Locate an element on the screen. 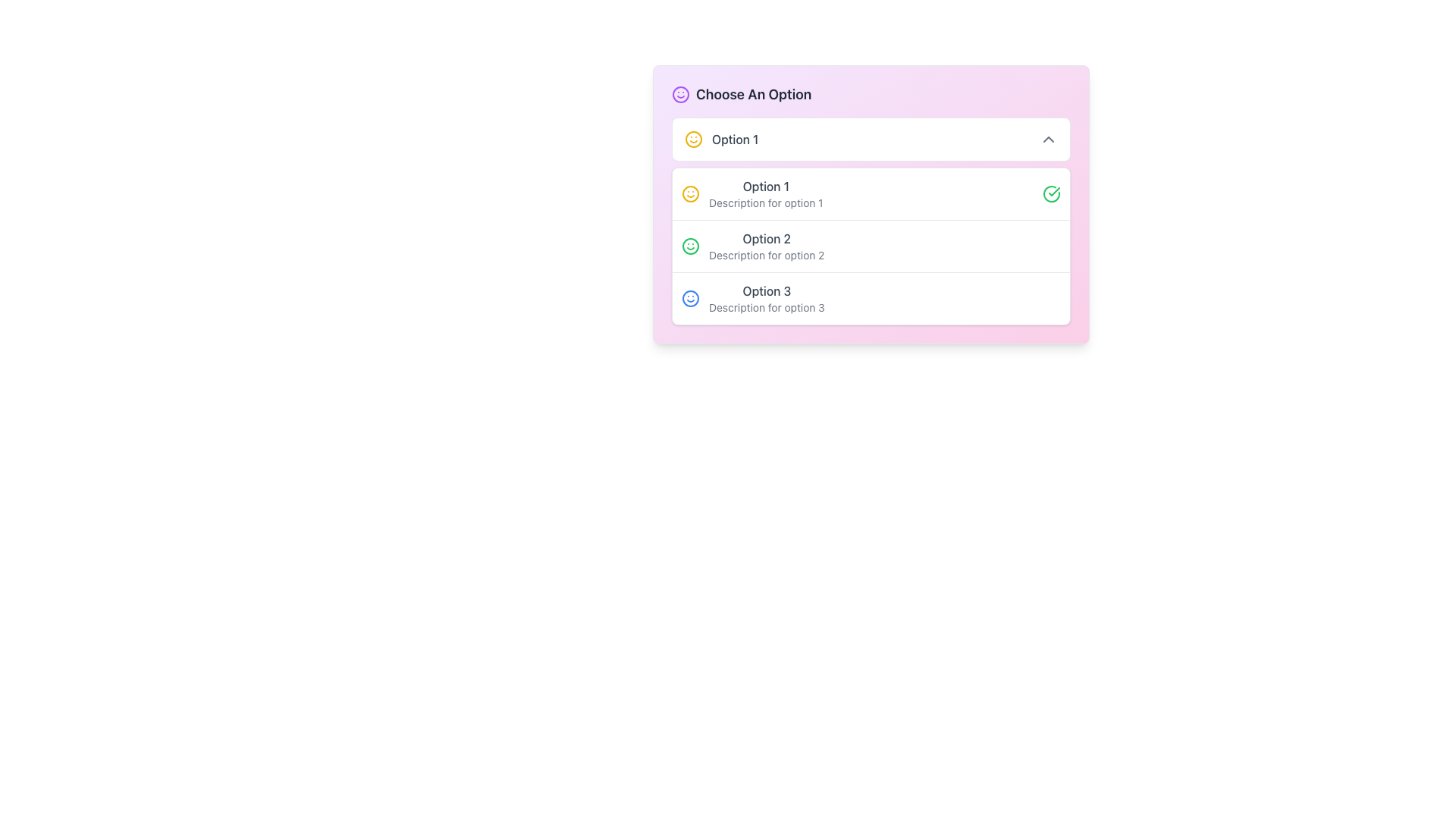 The height and width of the screenshot is (819, 1456). the third menu option labeled 'Option 3' by clicking it is located at coordinates (871, 298).